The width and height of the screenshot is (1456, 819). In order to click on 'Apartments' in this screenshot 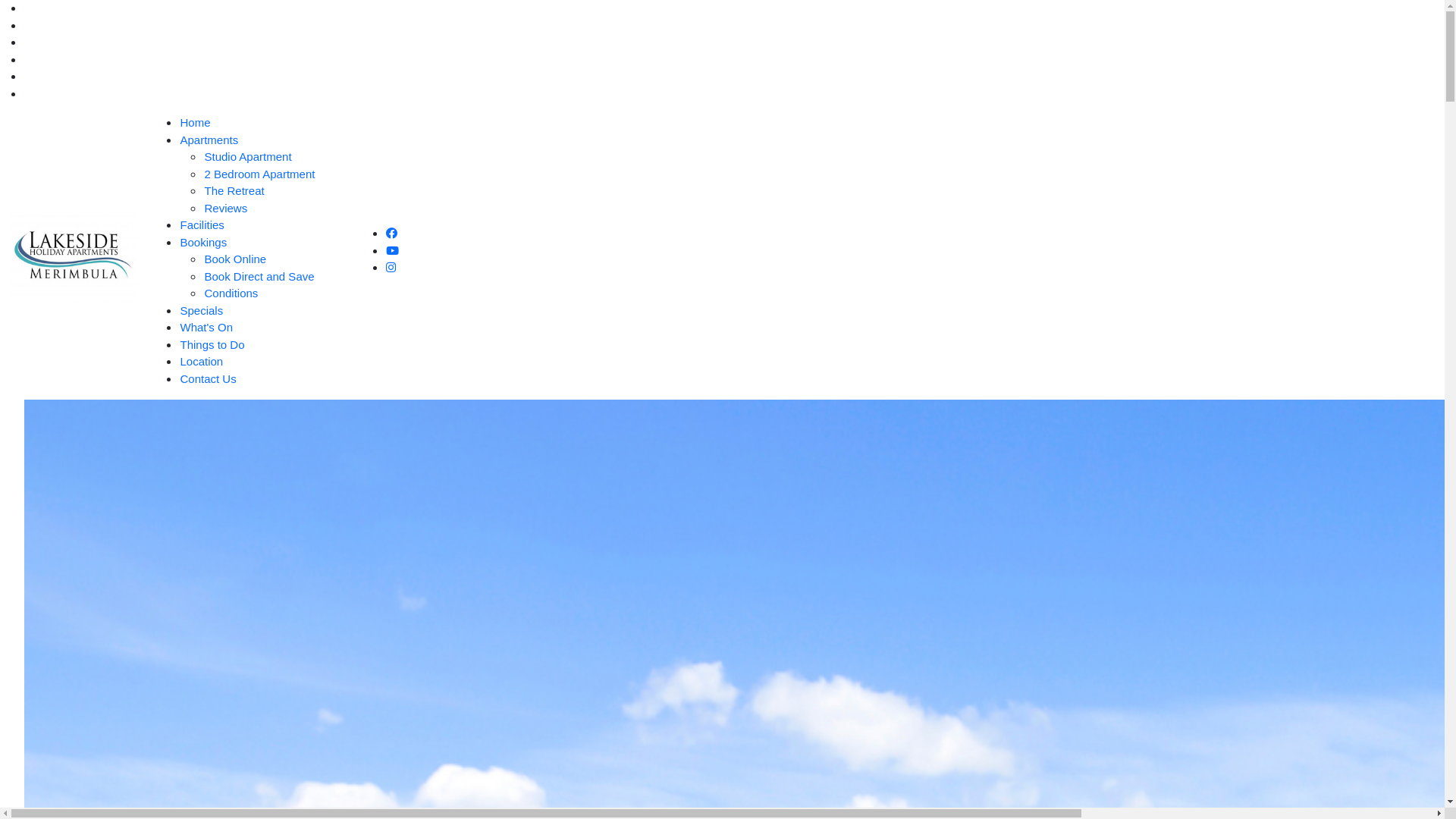, I will do `click(208, 140)`.